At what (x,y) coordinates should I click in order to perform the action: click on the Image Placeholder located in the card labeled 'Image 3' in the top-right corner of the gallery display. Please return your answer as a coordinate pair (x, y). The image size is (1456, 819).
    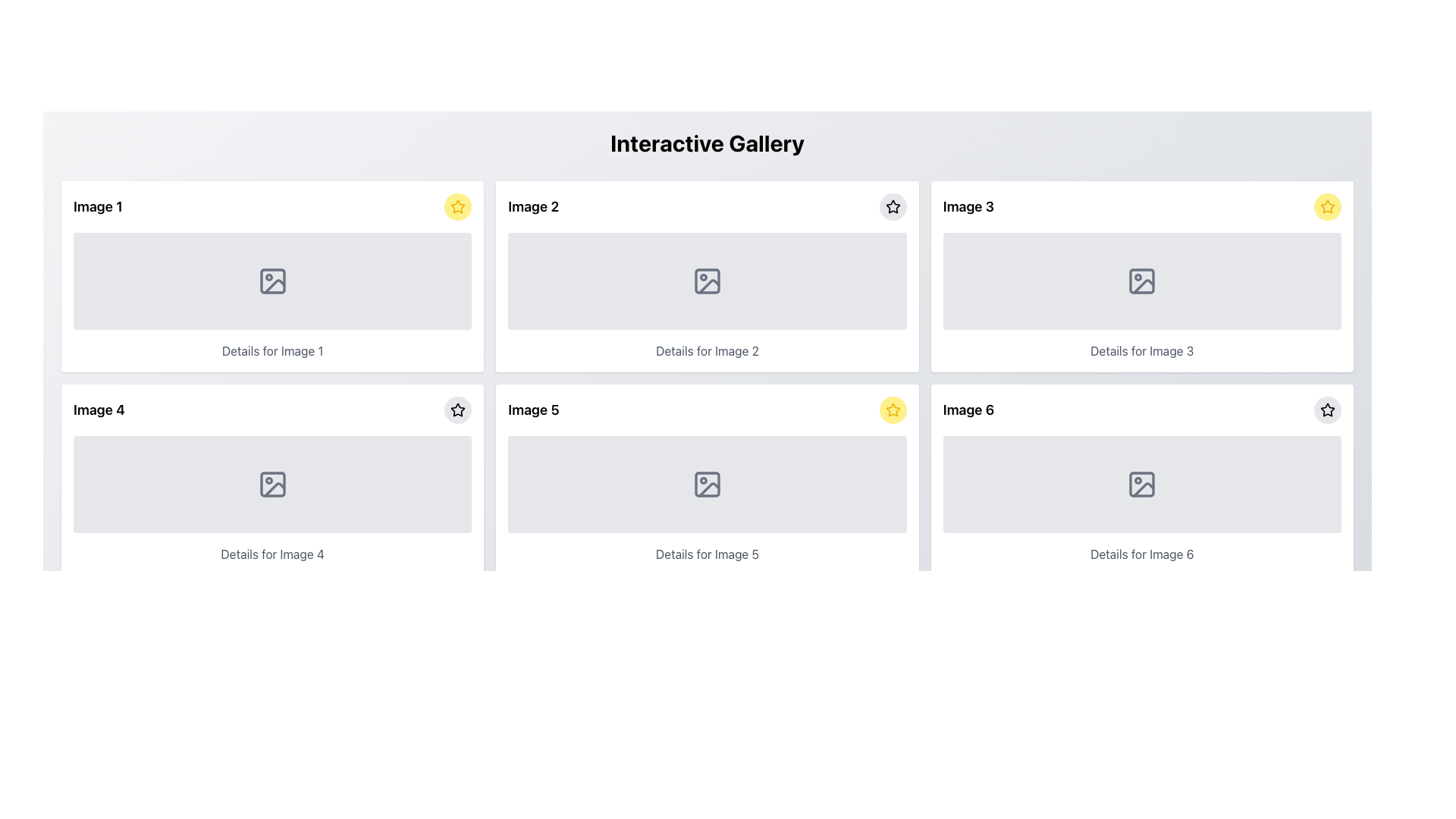
    Looking at the image, I should click on (1142, 281).